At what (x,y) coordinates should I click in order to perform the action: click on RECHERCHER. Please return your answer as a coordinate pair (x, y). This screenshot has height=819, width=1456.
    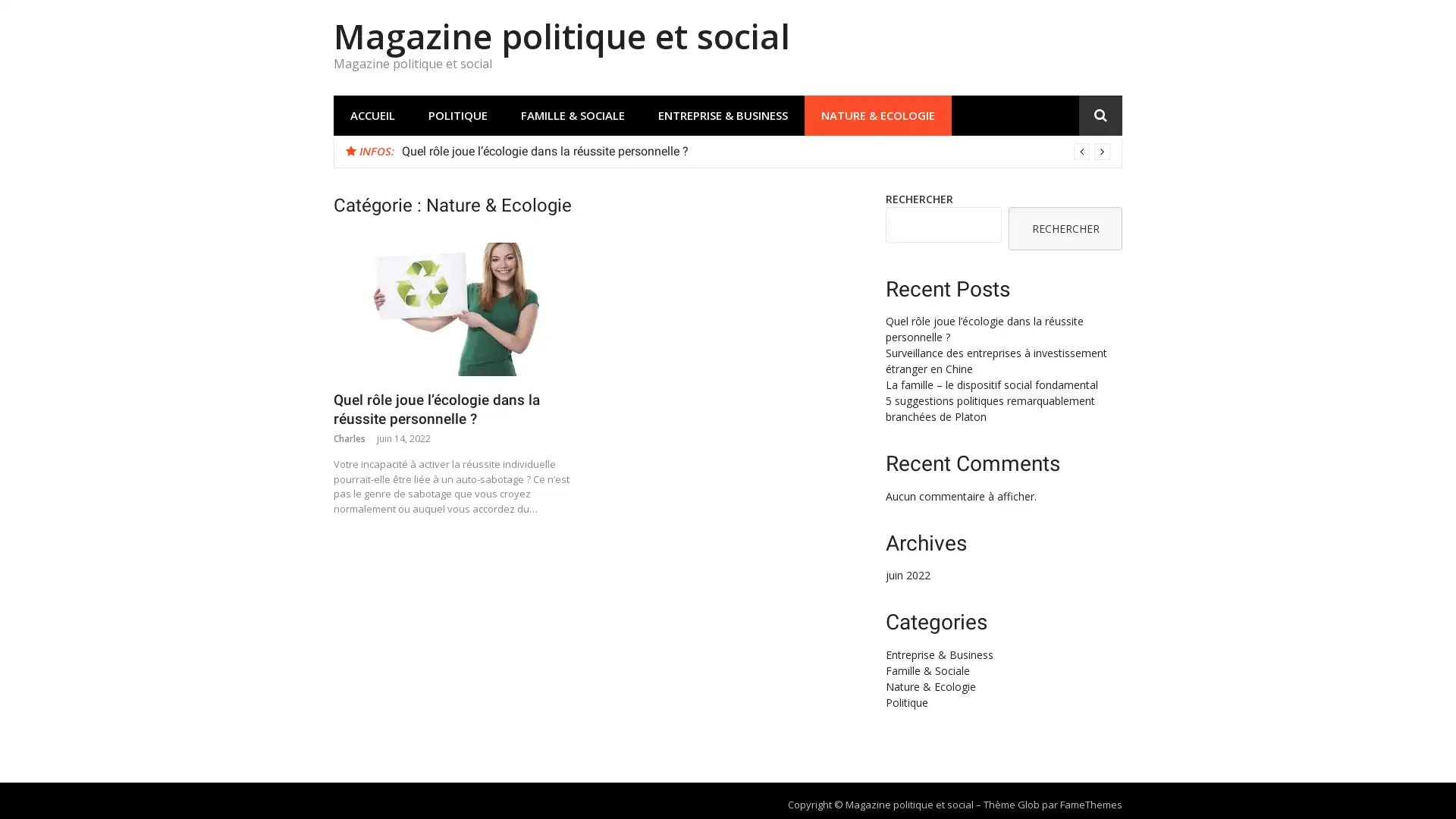
    Looking at the image, I should click on (1065, 227).